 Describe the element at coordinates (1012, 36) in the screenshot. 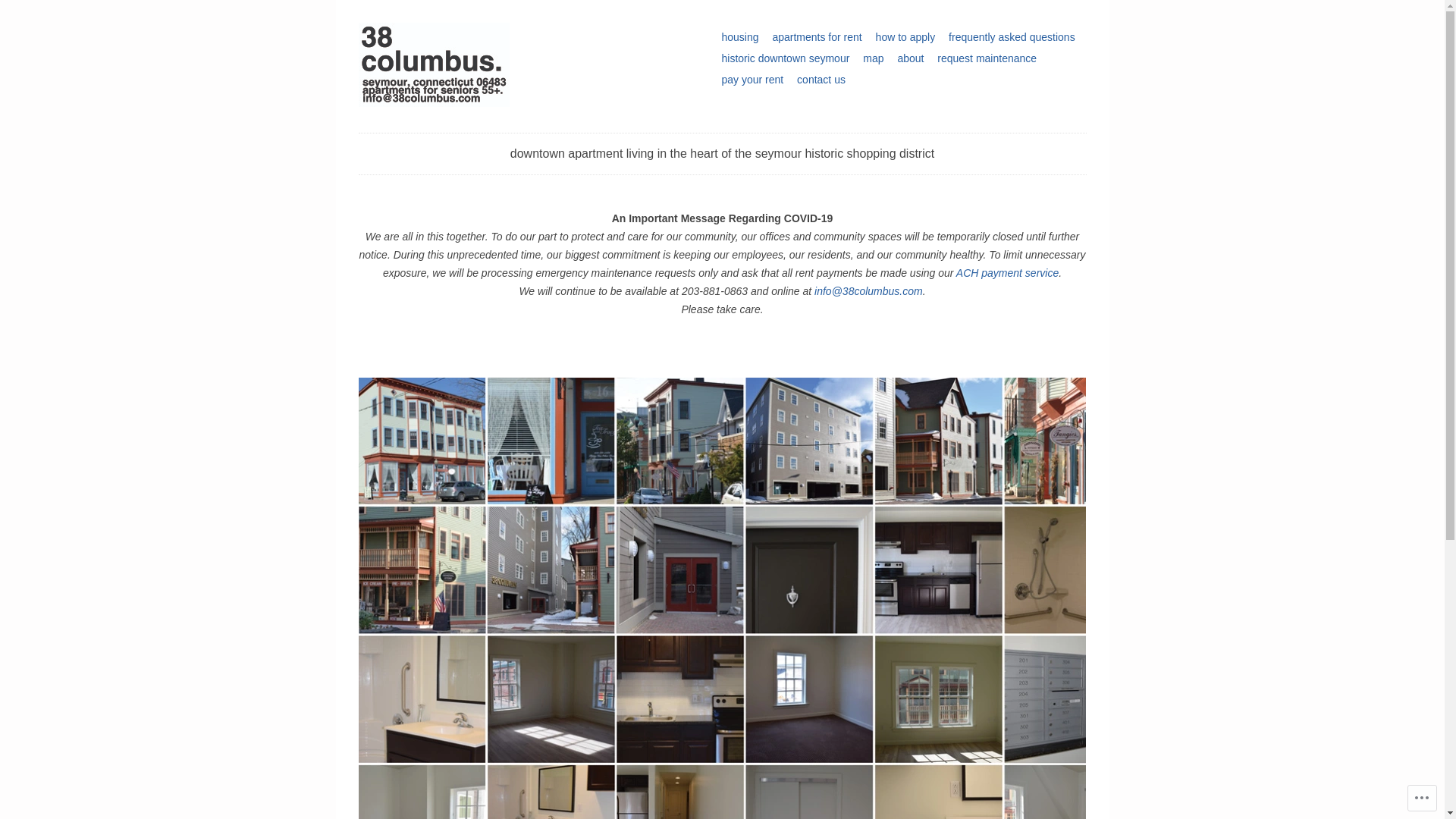

I see `'frequently asked questions'` at that location.